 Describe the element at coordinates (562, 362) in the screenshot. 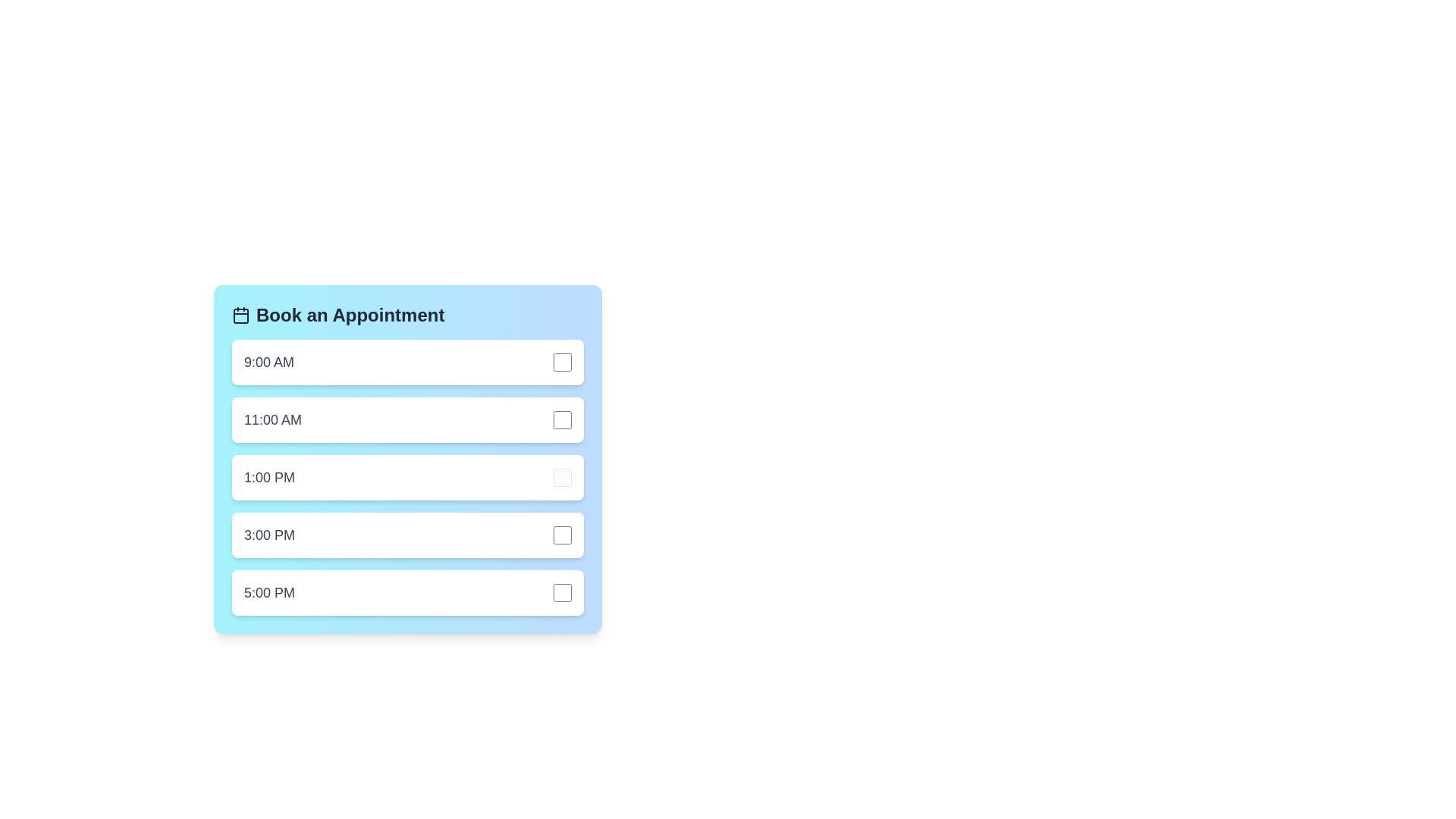

I see `the checkbox corresponding to the 9:00 AM time slot` at that location.